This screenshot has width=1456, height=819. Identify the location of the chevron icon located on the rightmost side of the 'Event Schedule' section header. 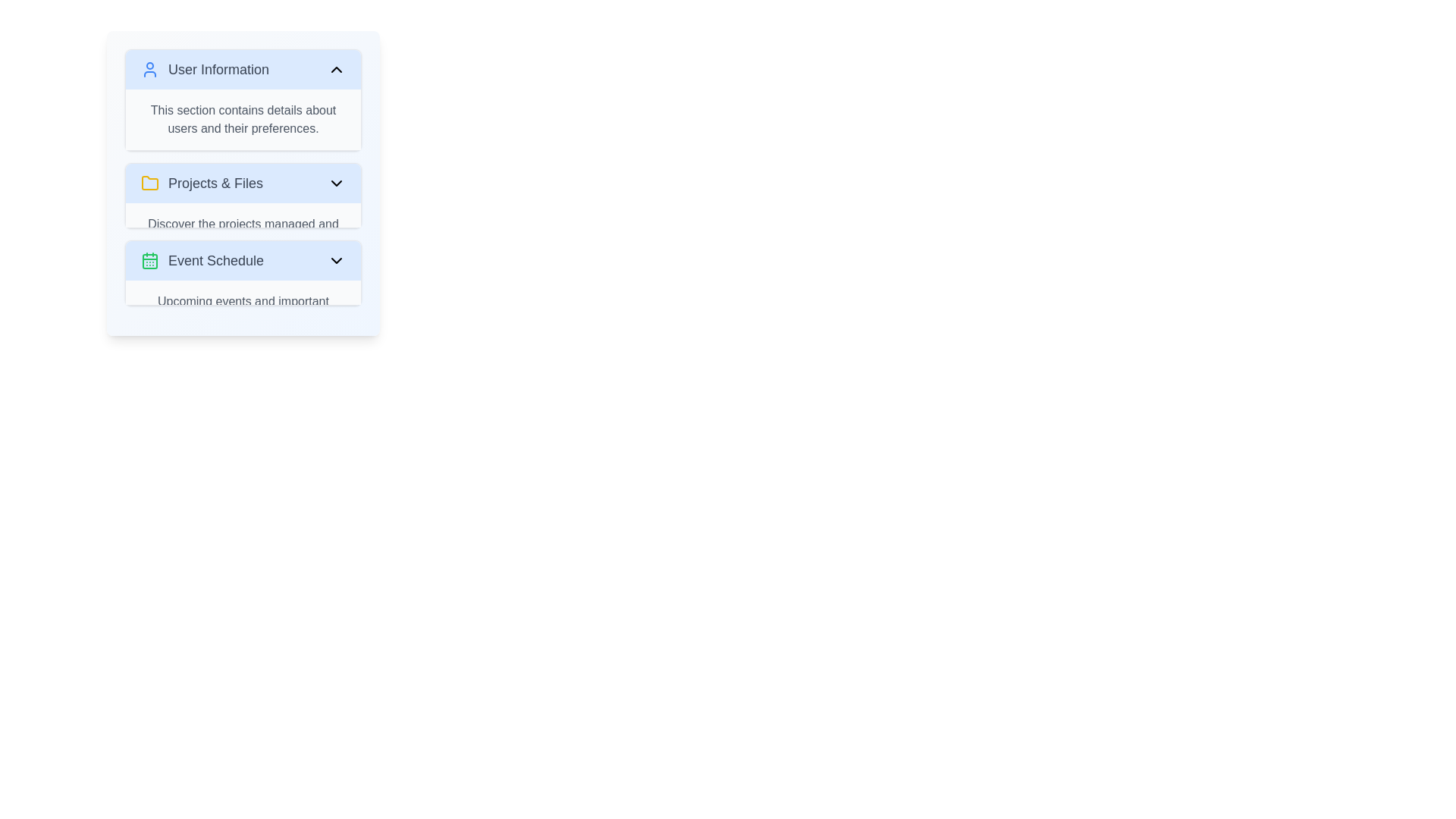
(336, 259).